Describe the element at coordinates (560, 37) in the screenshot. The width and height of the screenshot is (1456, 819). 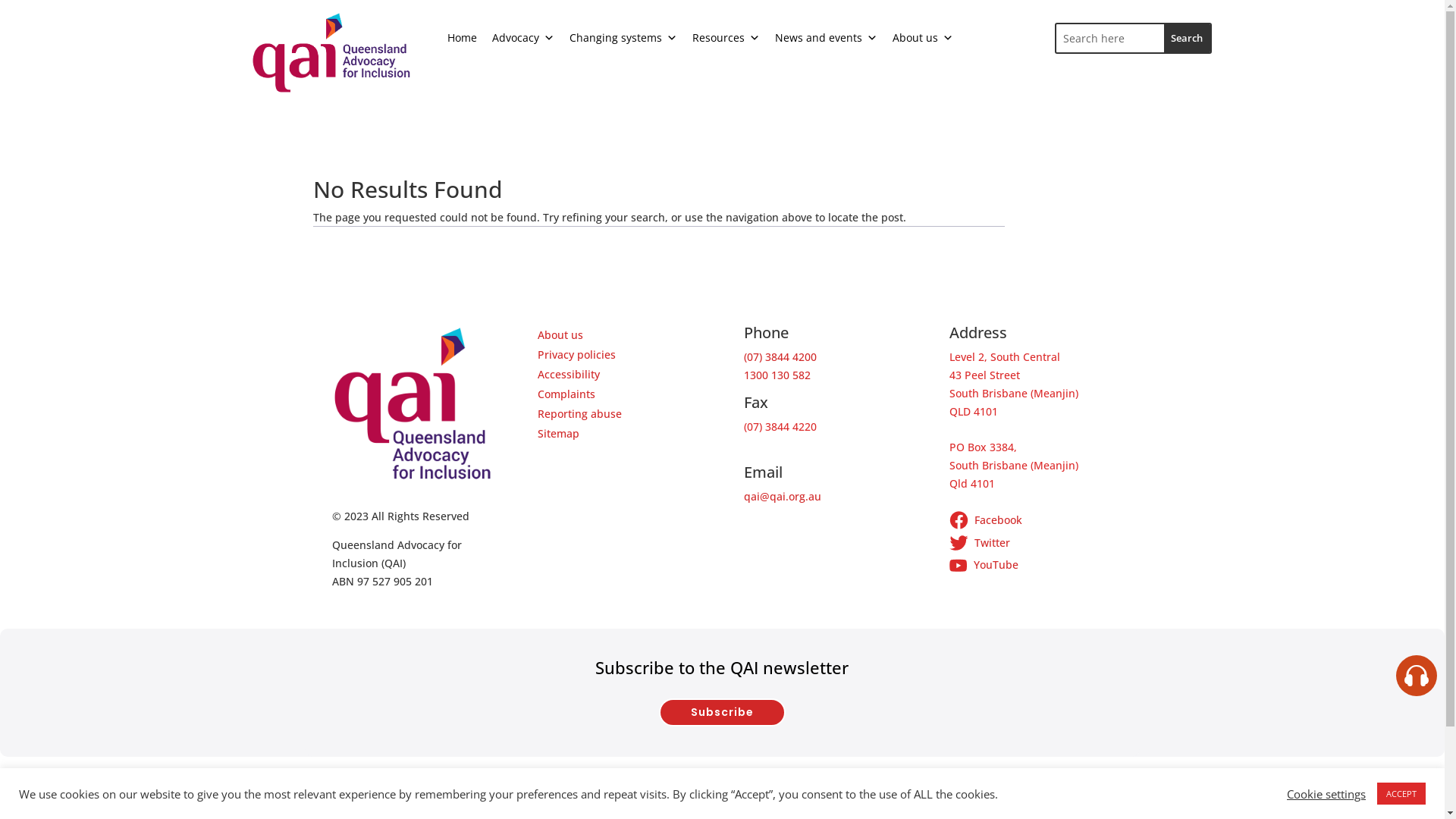
I see `'Changing systems'` at that location.